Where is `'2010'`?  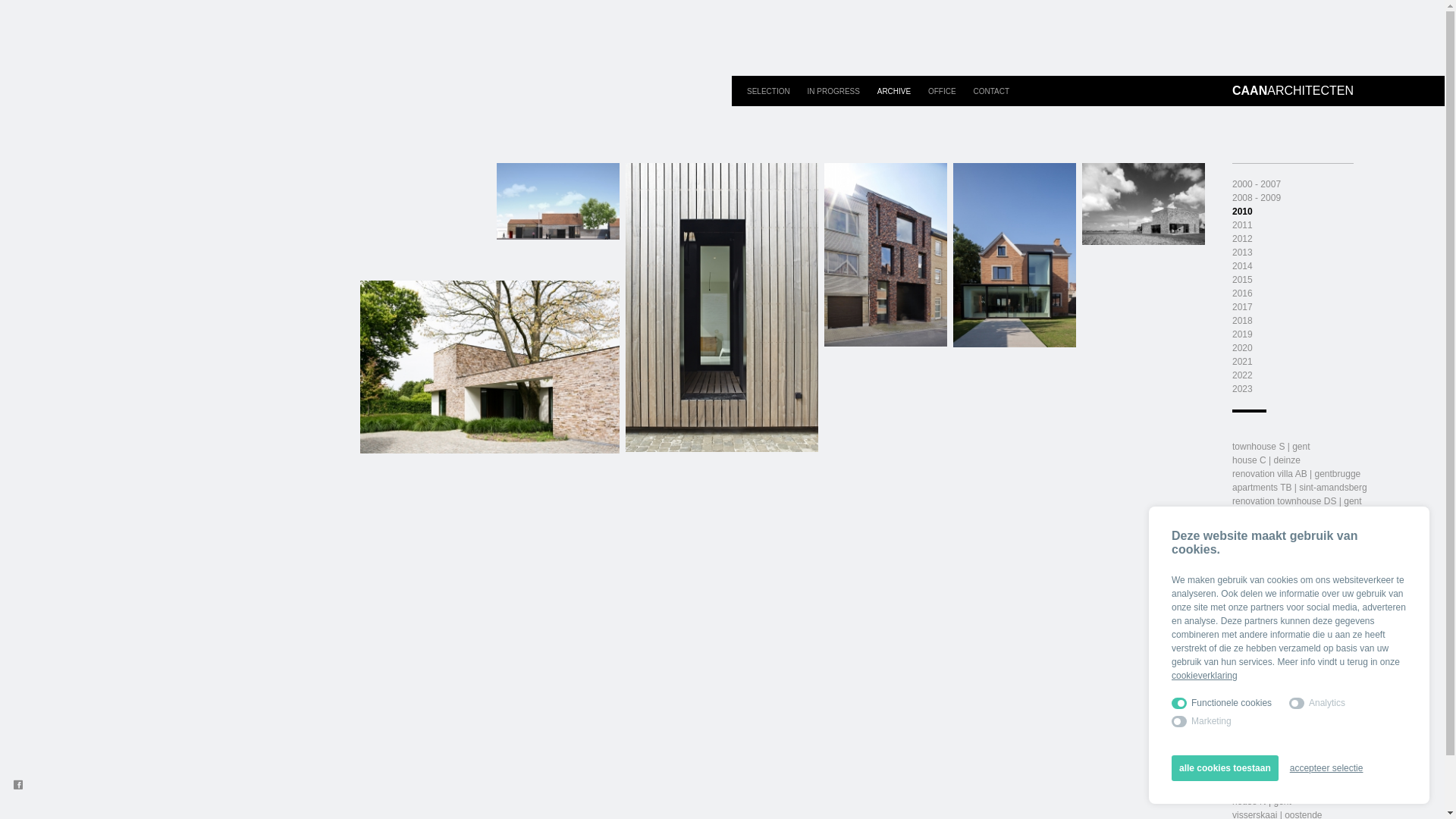
'2010' is located at coordinates (1242, 211).